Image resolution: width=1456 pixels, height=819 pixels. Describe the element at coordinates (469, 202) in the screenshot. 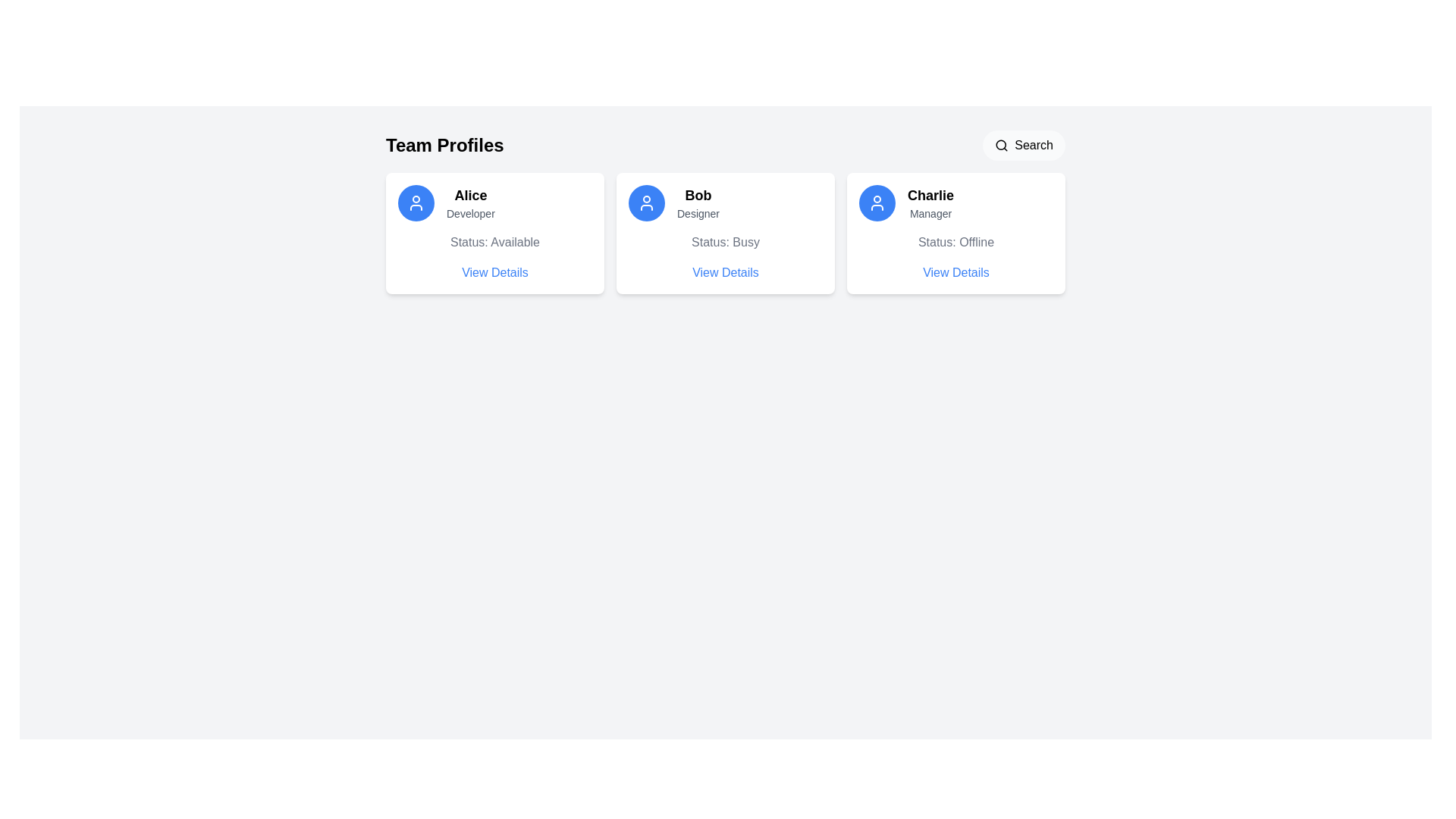

I see `the textual display component that identifies the person represented in the profile card, located in the upper-left section of the interface, below the user icon and above the status text` at that location.